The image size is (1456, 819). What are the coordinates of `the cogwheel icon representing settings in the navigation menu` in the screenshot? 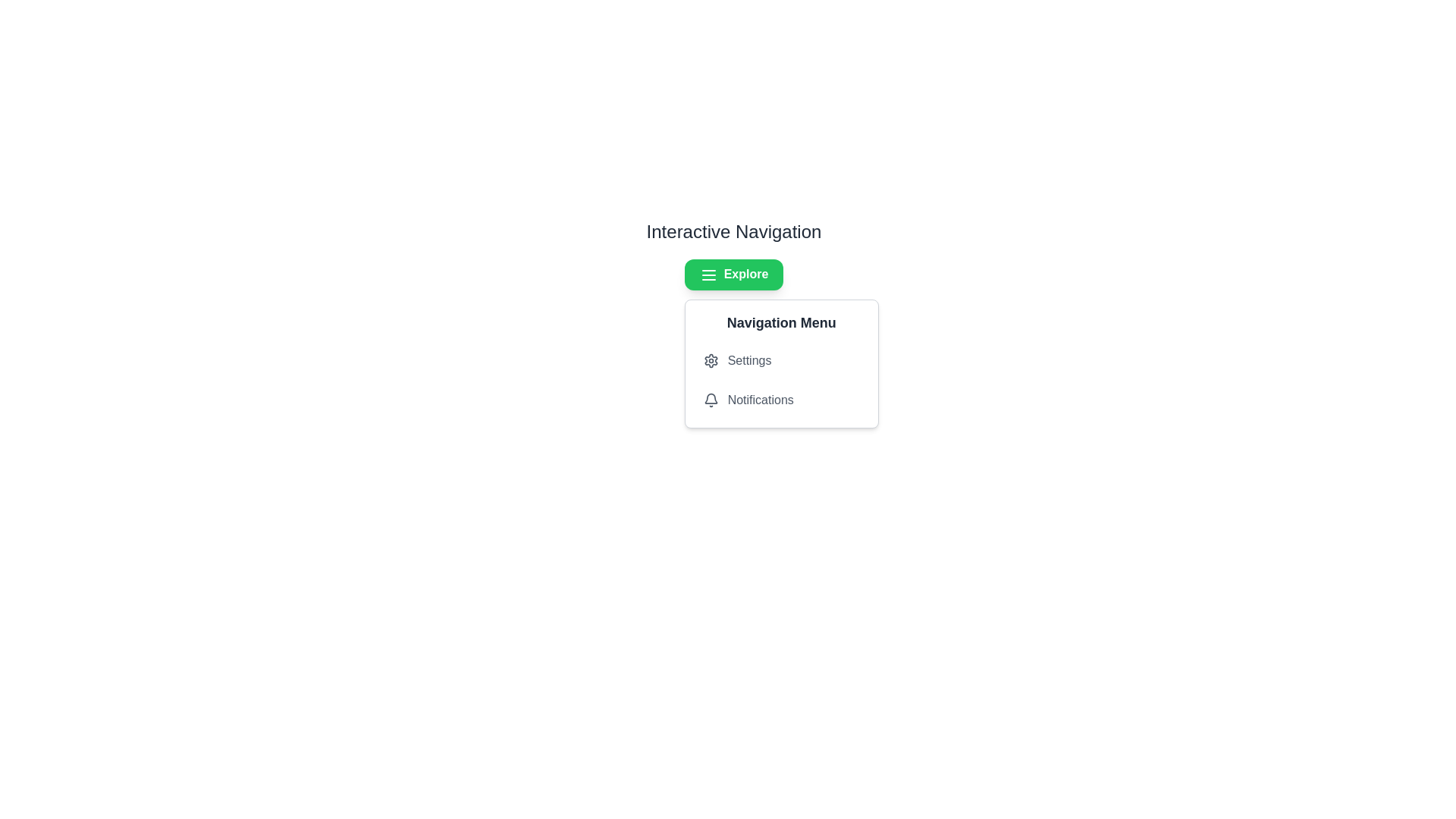 It's located at (710, 360).